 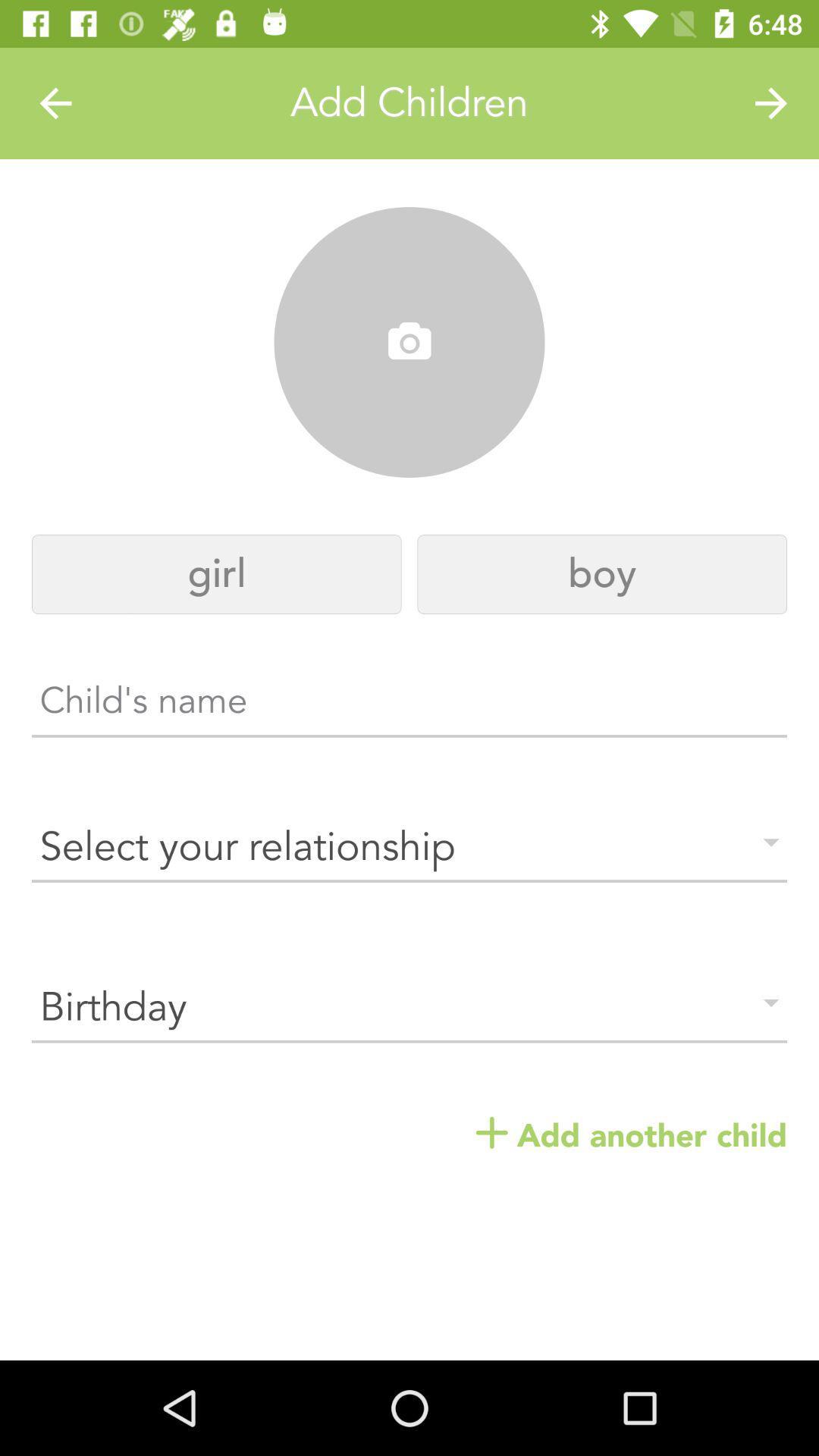 What do you see at coordinates (55, 102) in the screenshot?
I see `icon to the left of add children icon` at bounding box center [55, 102].